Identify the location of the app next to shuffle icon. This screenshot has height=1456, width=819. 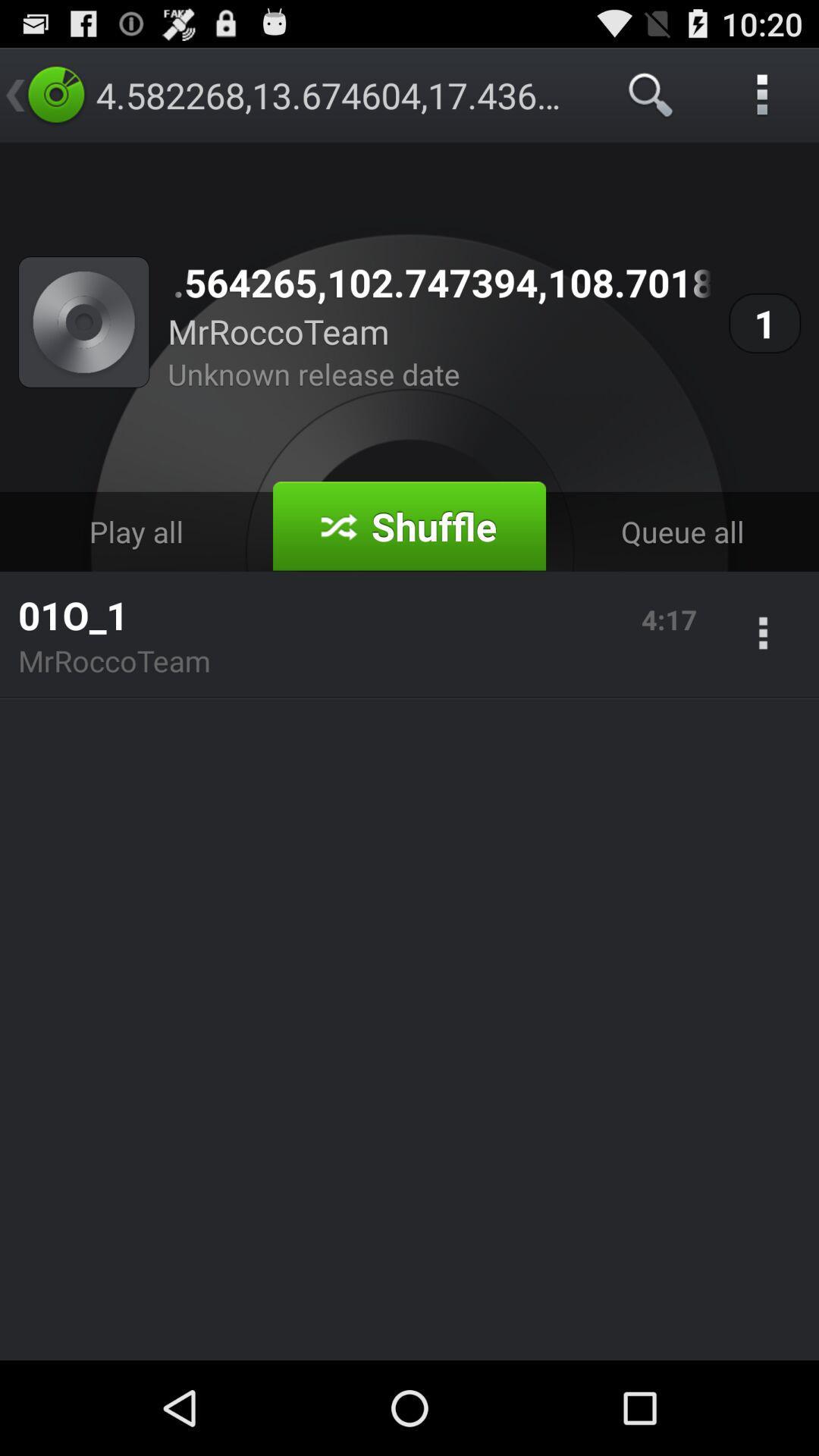
(681, 532).